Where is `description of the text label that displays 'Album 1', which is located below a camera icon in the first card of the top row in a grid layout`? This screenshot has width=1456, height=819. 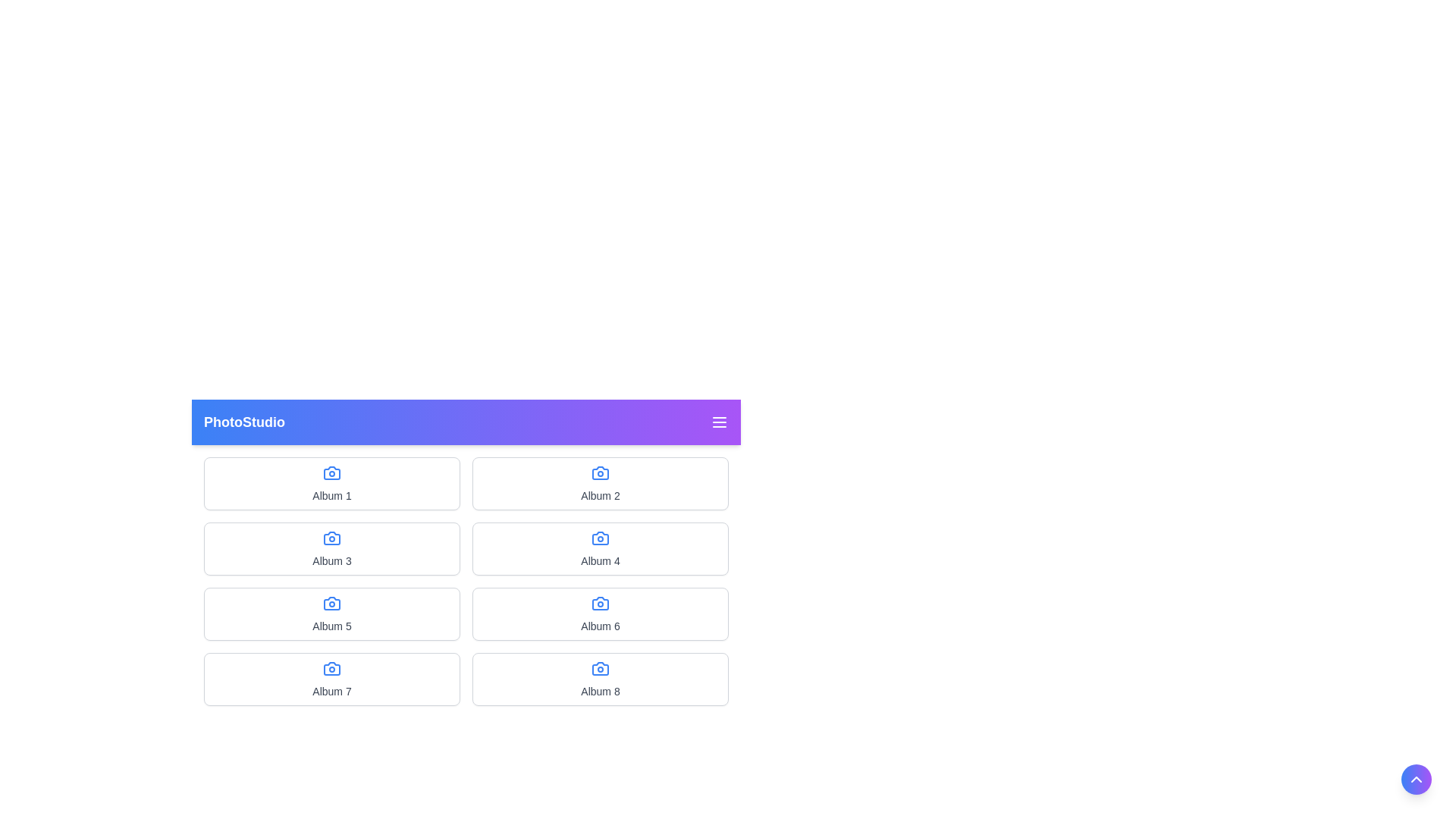 description of the text label that displays 'Album 1', which is located below a camera icon in the first card of the top row in a grid layout is located at coordinates (331, 496).